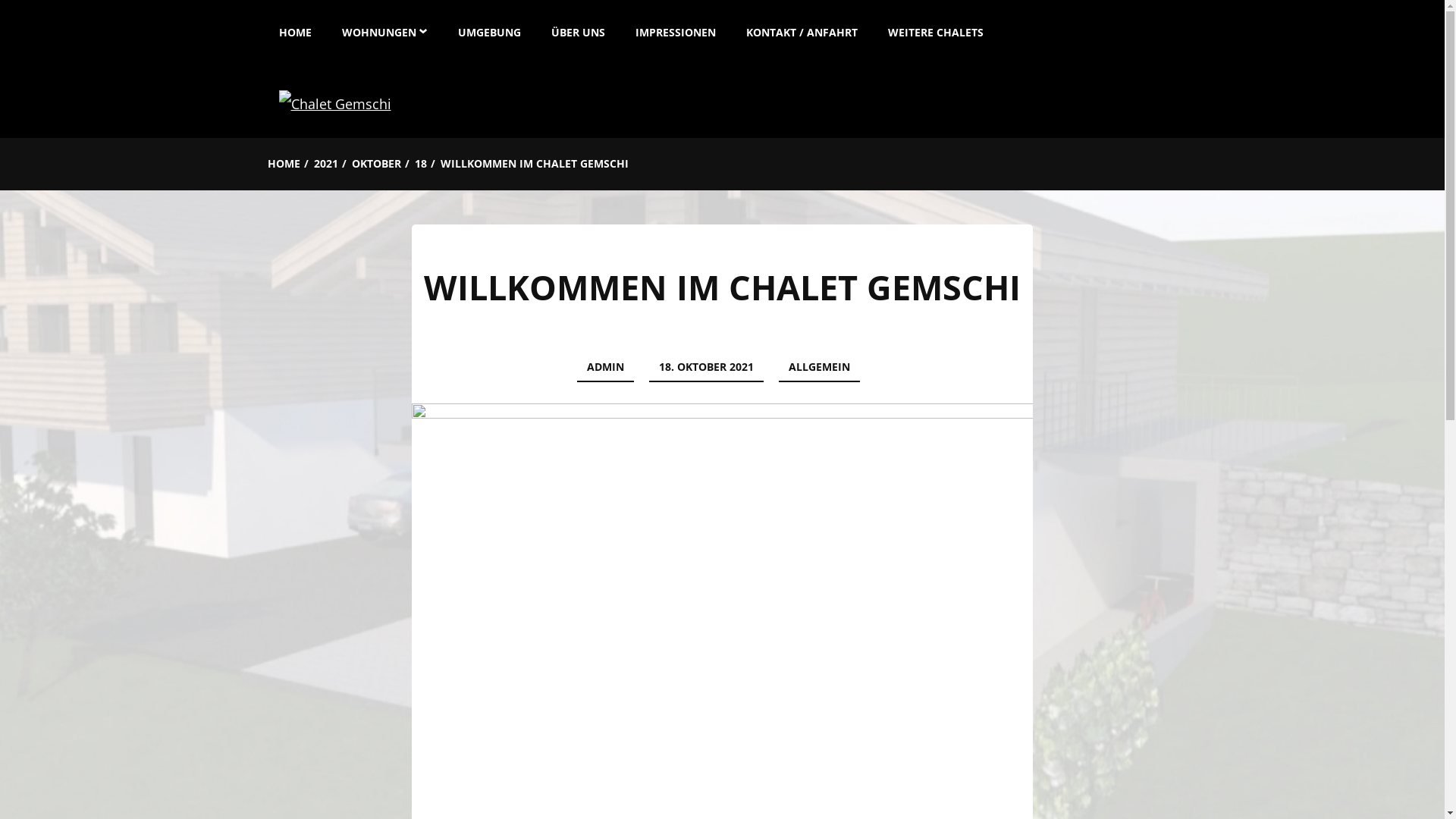  Describe the element at coordinates (801, 29) in the screenshot. I see `'KONTAKT / ANFAHRT'` at that location.